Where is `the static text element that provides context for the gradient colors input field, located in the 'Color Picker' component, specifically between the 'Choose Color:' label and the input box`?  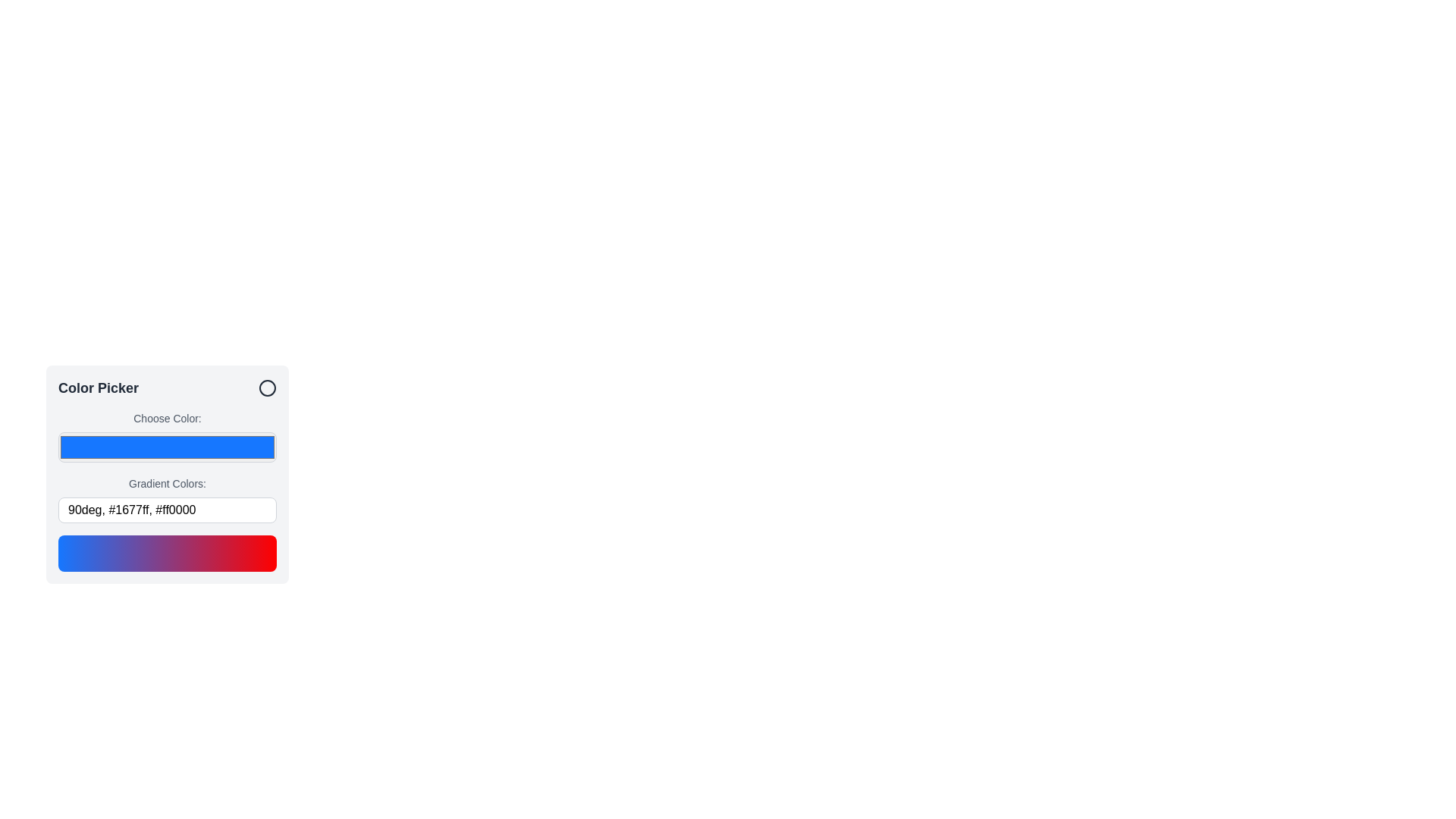 the static text element that provides context for the gradient colors input field, located in the 'Color Picker' component, specifically between the 'Choose Color:' label and the input box is located at coordinates (167, 483).